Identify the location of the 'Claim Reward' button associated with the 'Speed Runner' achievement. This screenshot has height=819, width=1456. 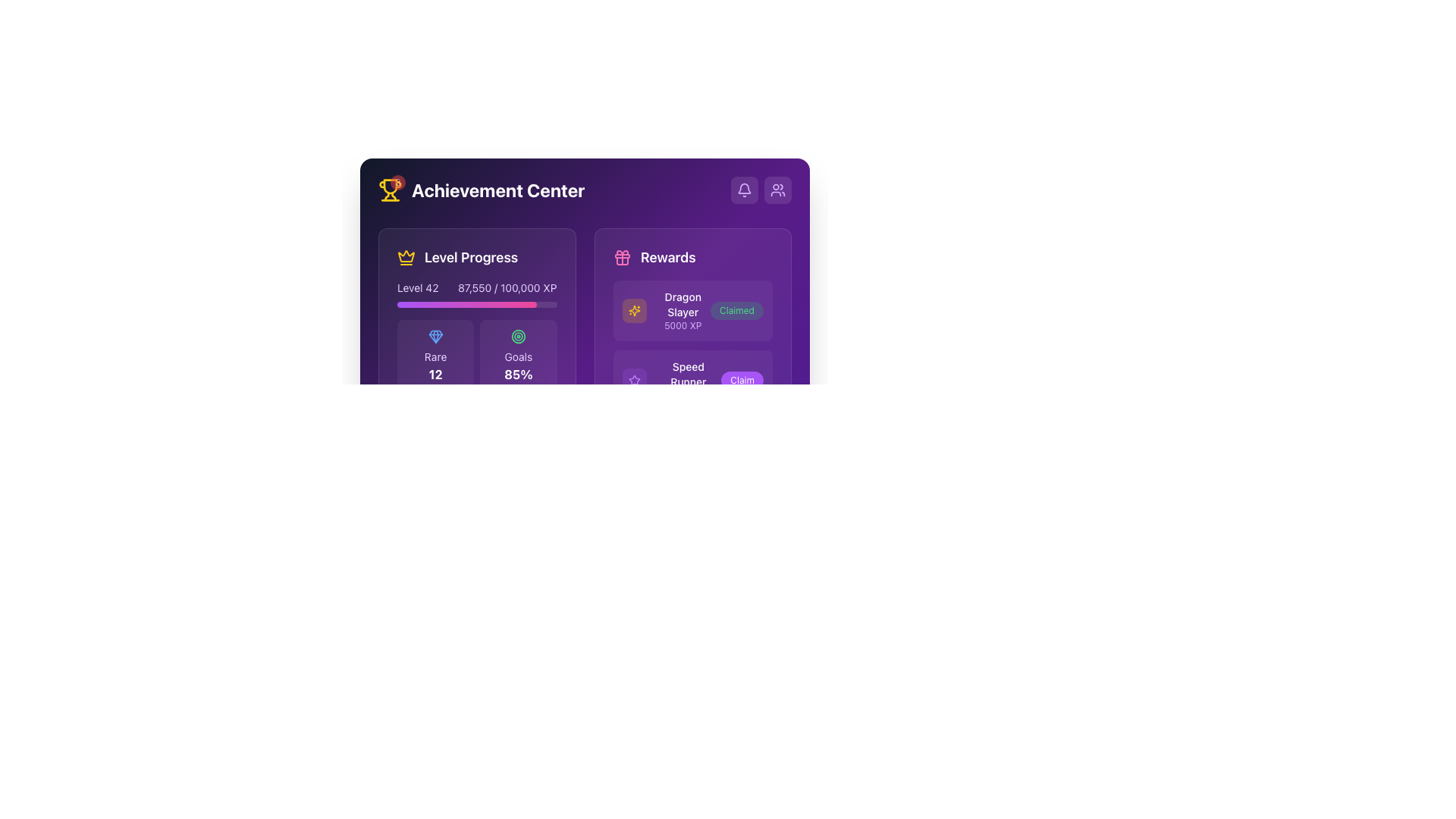
(742, 379).